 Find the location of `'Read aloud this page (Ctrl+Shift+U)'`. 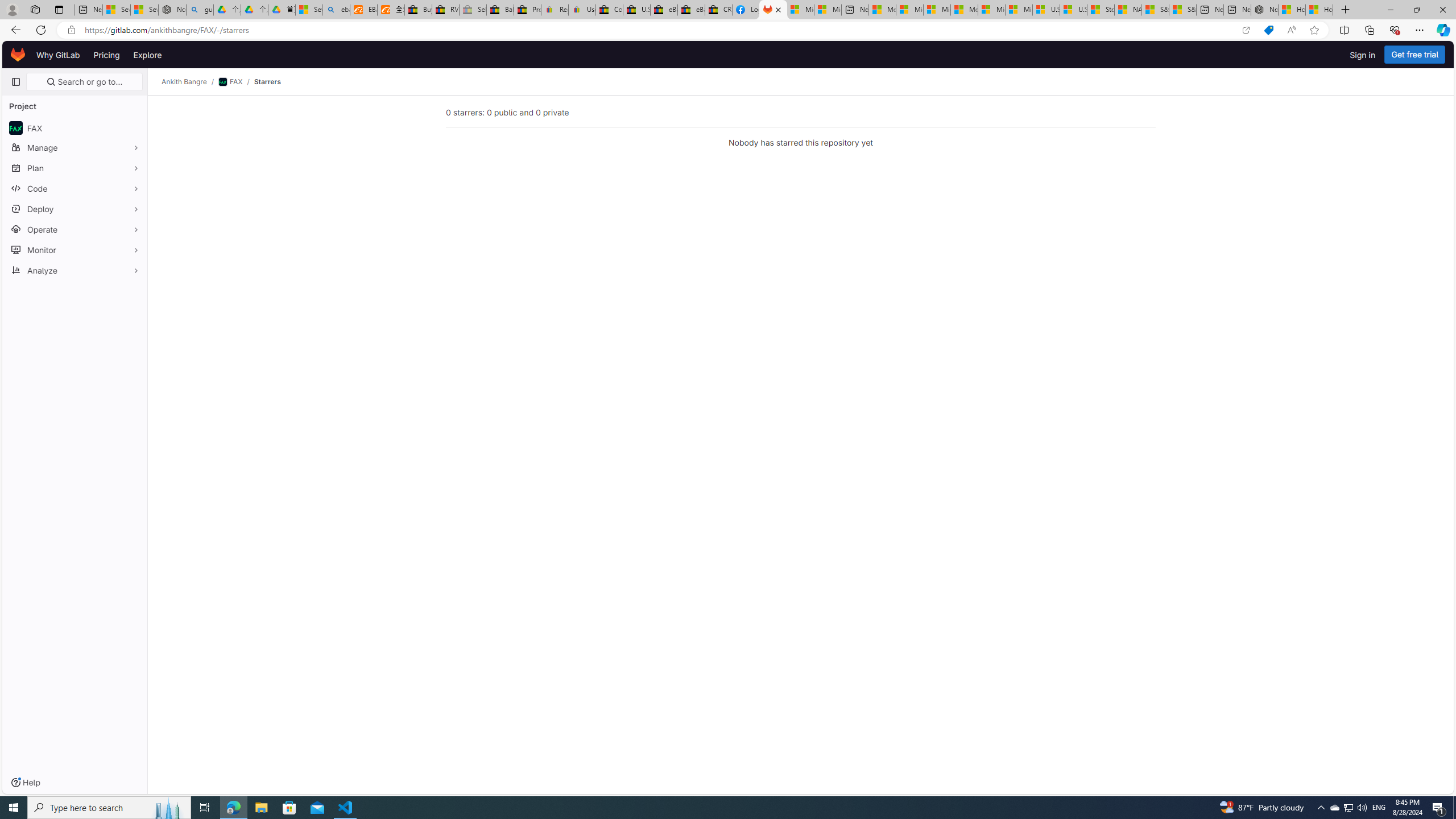

'Read aloud this page (Ctrl+Shift+U)' is located at coordinates (1291, 30).